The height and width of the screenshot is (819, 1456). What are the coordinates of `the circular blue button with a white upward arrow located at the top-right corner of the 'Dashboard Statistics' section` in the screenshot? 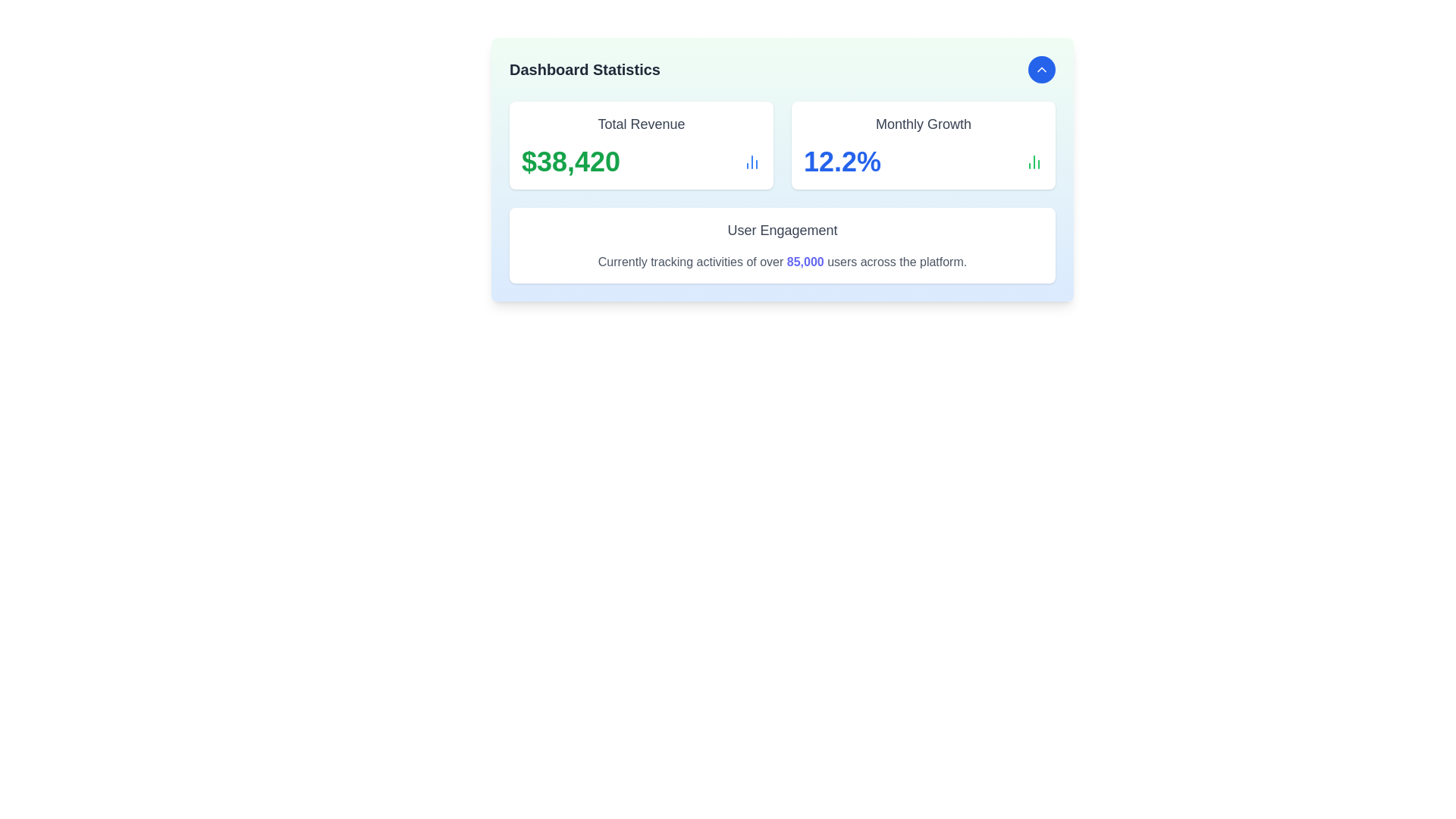 It's located at (1040, 70).